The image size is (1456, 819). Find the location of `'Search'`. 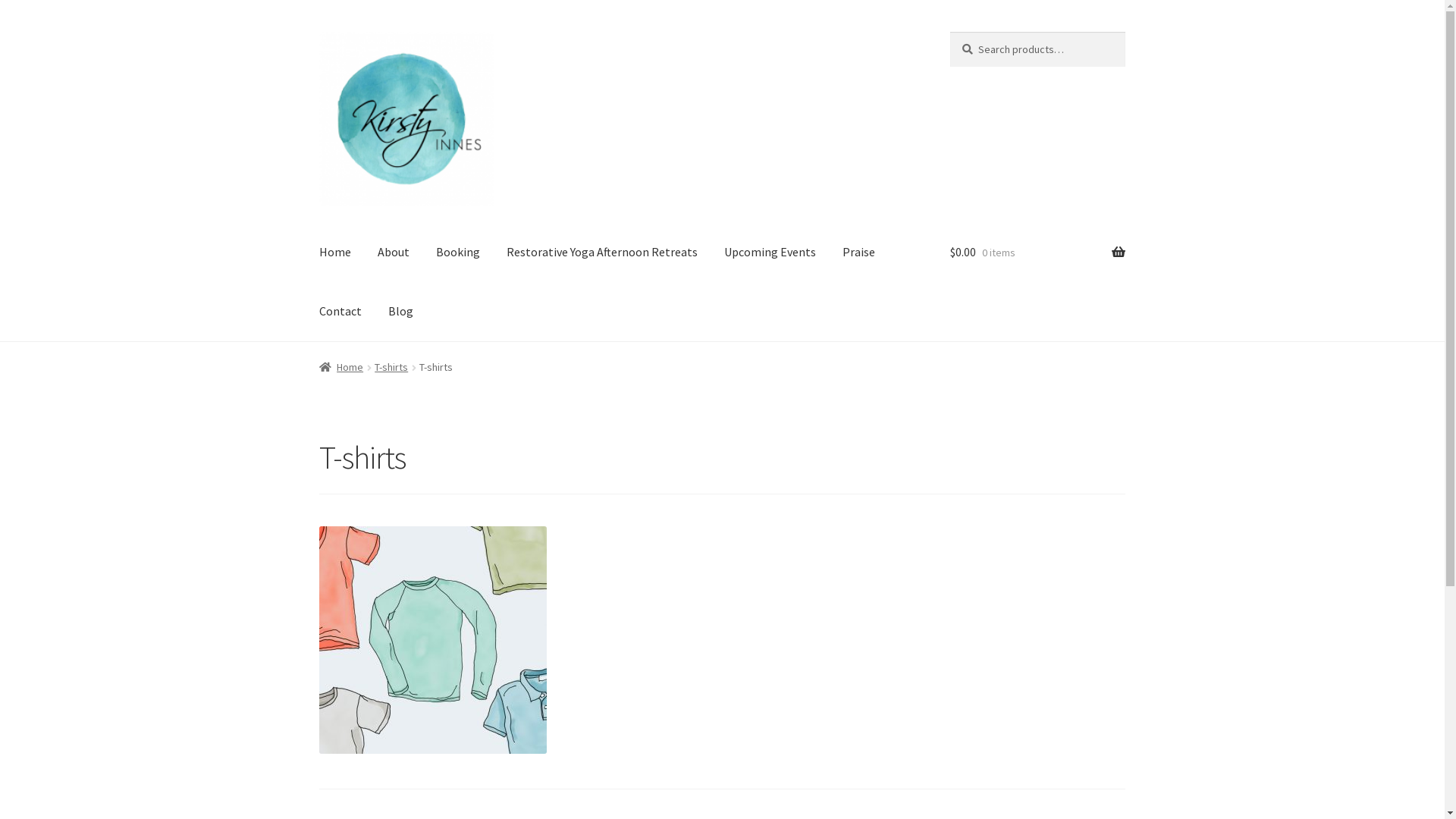

'Search' is located at coordinates (949, 31).